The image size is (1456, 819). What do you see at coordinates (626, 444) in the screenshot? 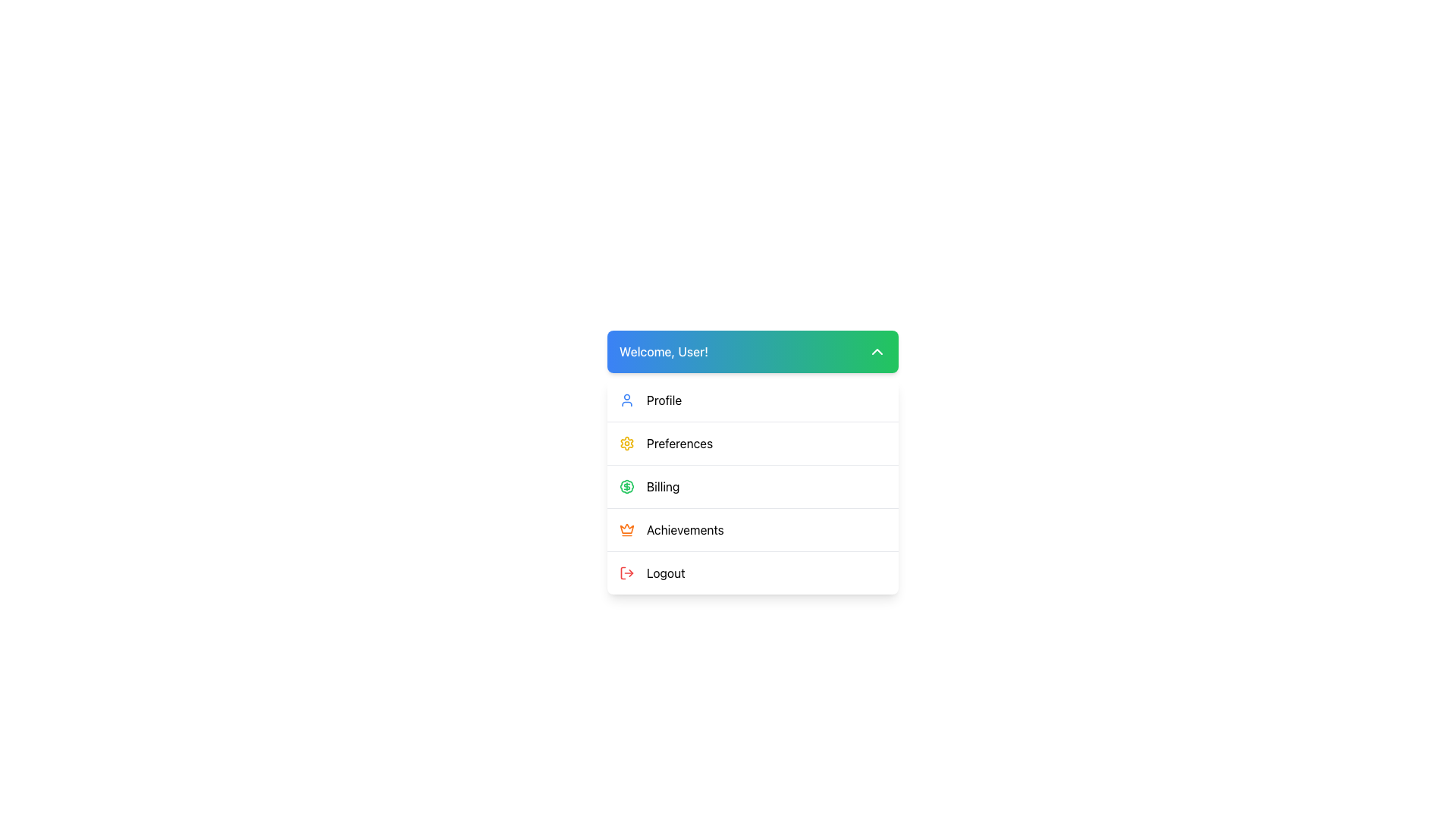
I see `the Preferences icon in the dropdown menu, which is the second option in a list of five and is located to the left of the Preferences text label` at bounding box center [626, 444].